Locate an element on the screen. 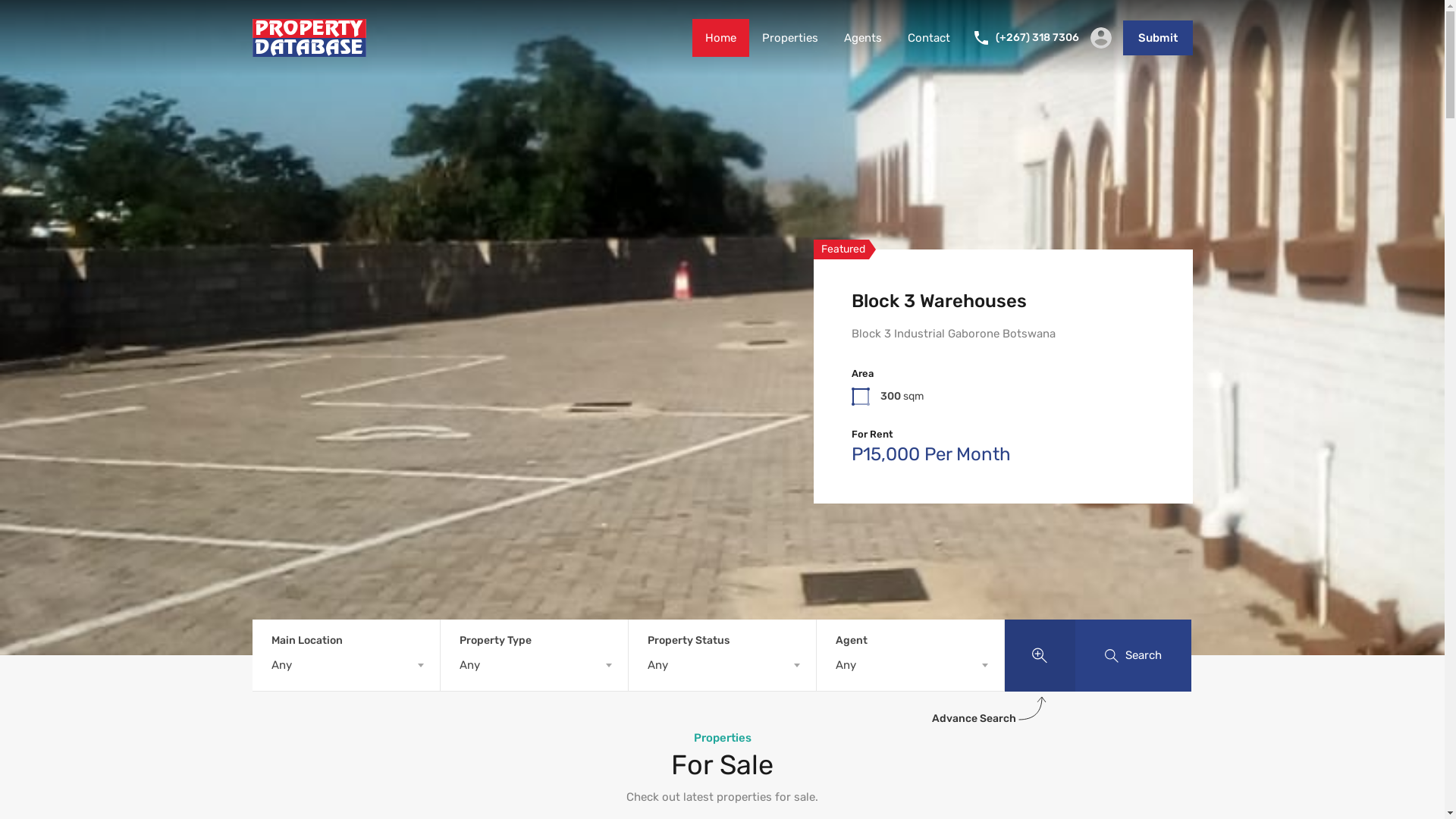  'Properties' is located at coordinates (789, 37).